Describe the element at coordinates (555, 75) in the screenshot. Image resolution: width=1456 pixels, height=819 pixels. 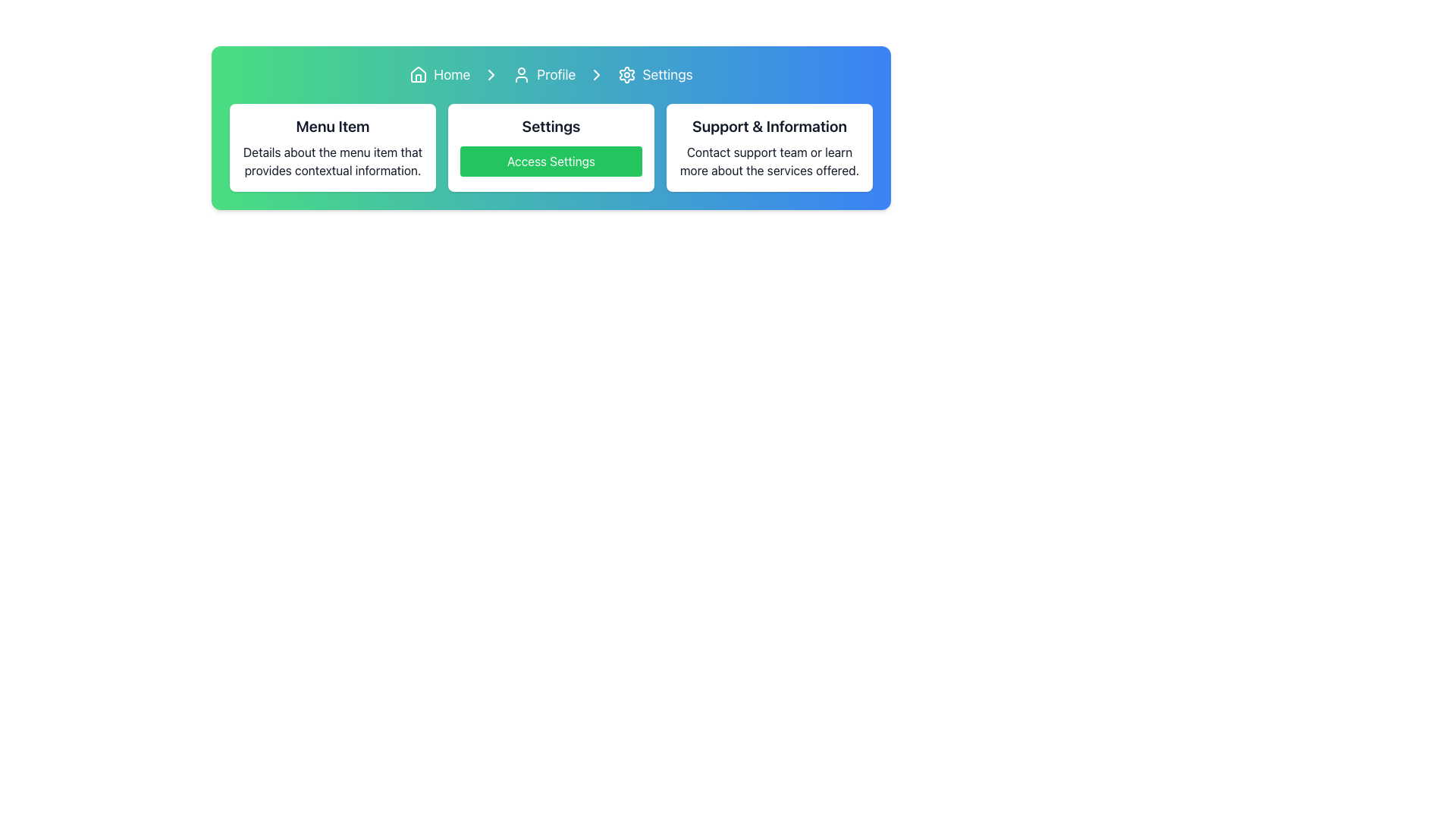
I see `the 'Profile' static text label in the top navigation bar, which is styled in white on a blue-green gradient background and positioned next to the user profile icon` at that location.